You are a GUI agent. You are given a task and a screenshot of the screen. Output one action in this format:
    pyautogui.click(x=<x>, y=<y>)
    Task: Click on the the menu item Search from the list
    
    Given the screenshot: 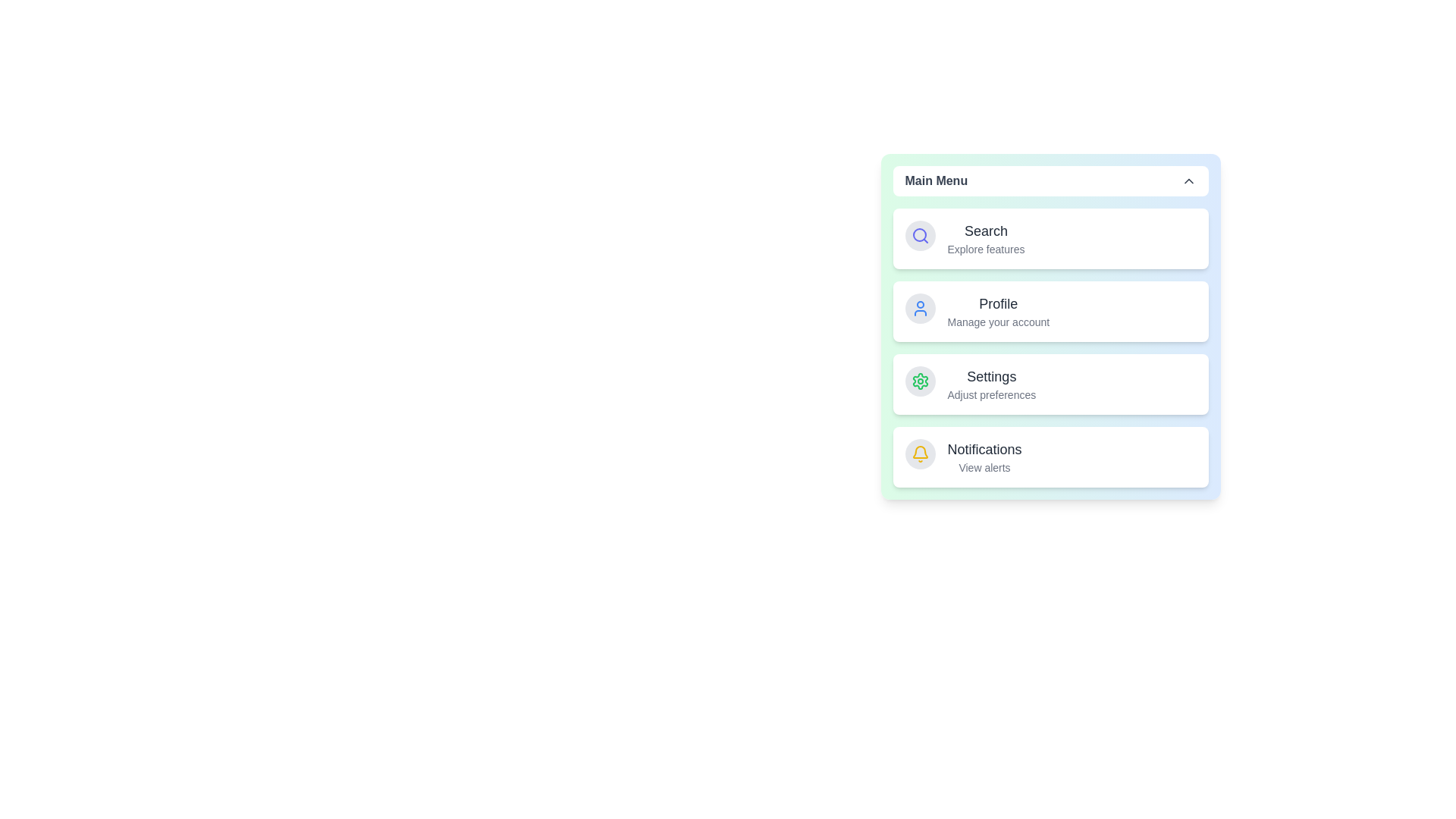 What is the action you would take?
    pyautogui.click(x=986, y=239)
    